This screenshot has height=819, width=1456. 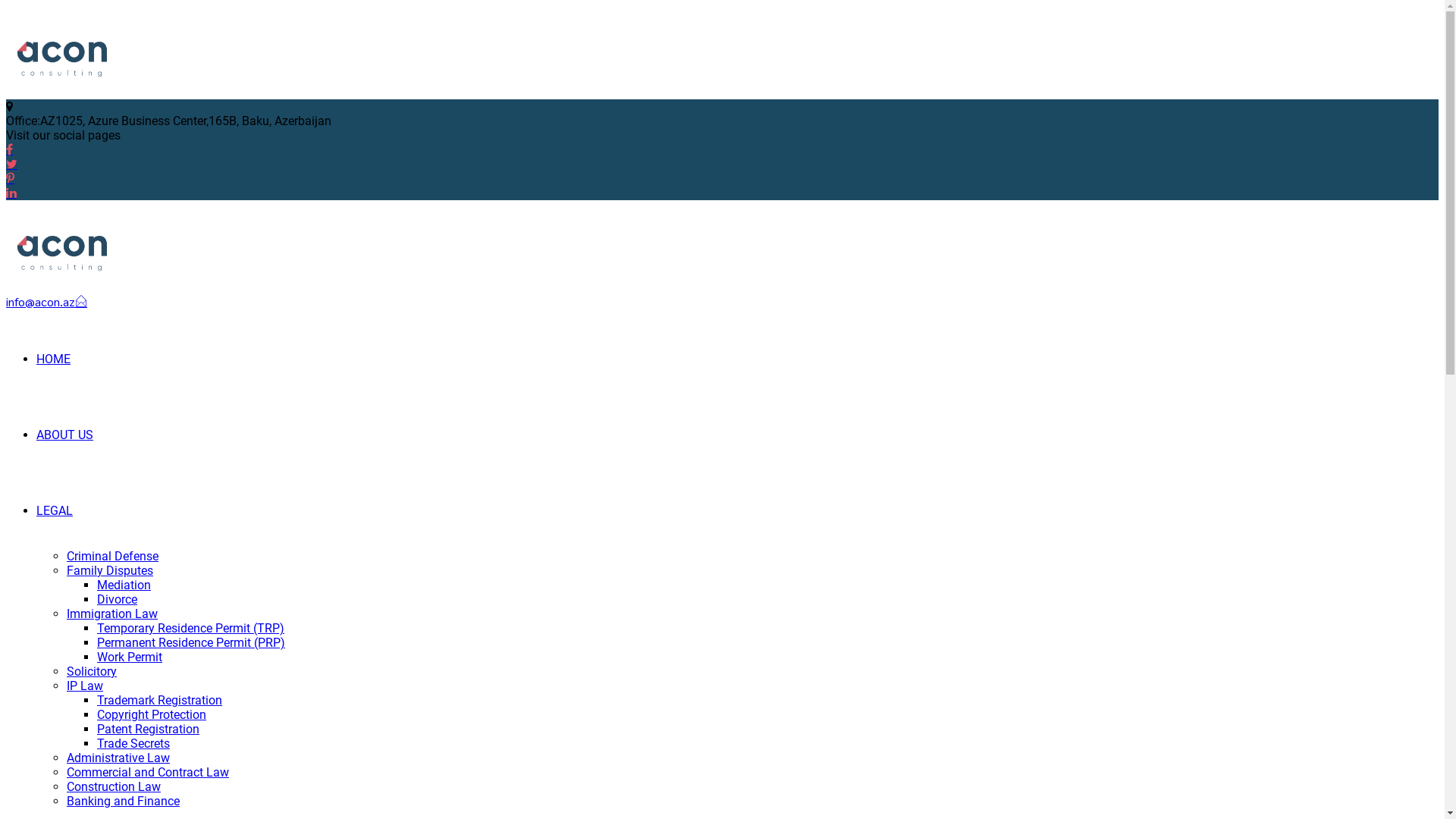 I want to click on 'Mediation', so click(x=124, y=584).